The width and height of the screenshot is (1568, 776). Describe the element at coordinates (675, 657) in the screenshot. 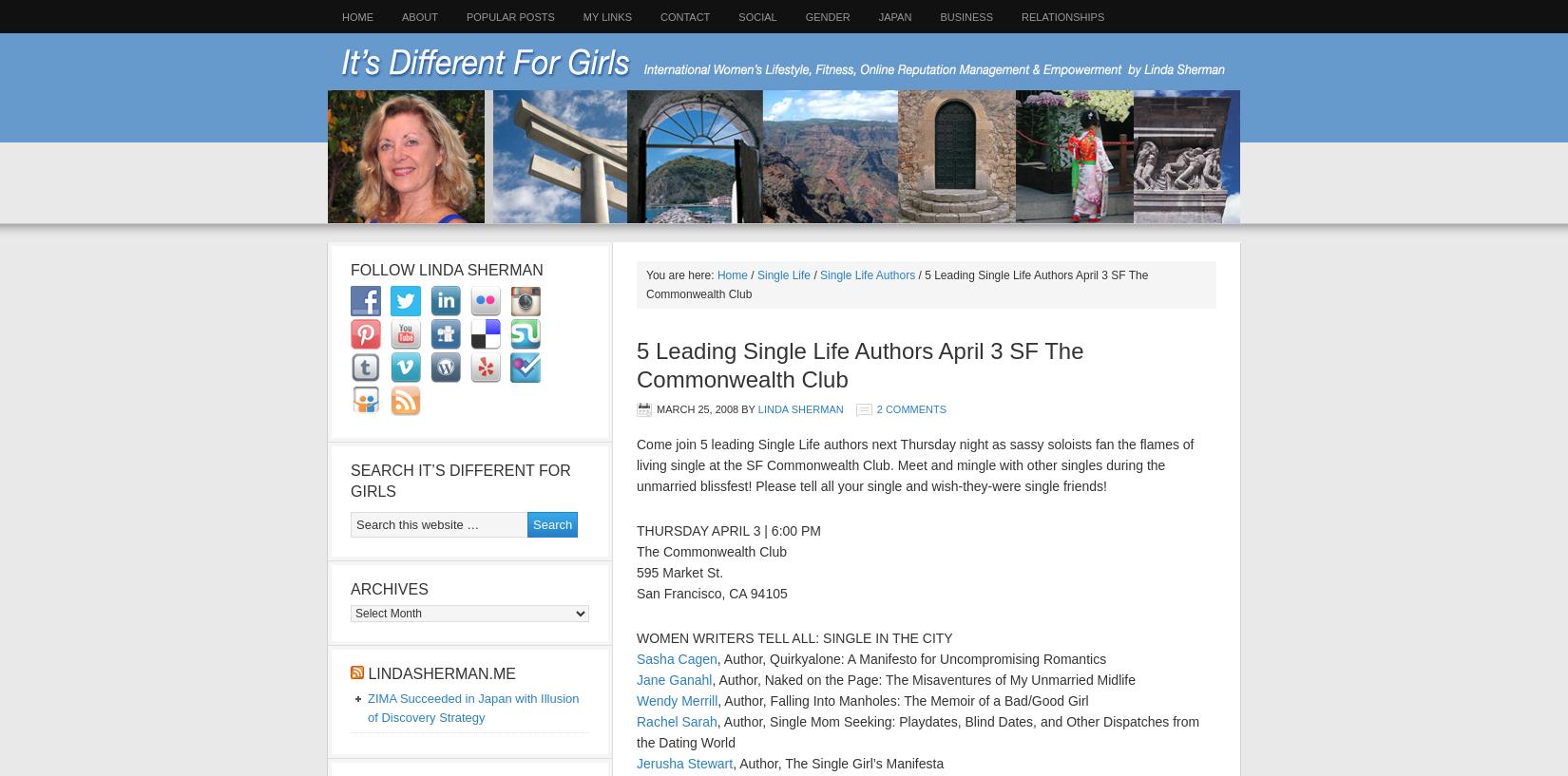

I see `'Sasha Cagen'` at that location.